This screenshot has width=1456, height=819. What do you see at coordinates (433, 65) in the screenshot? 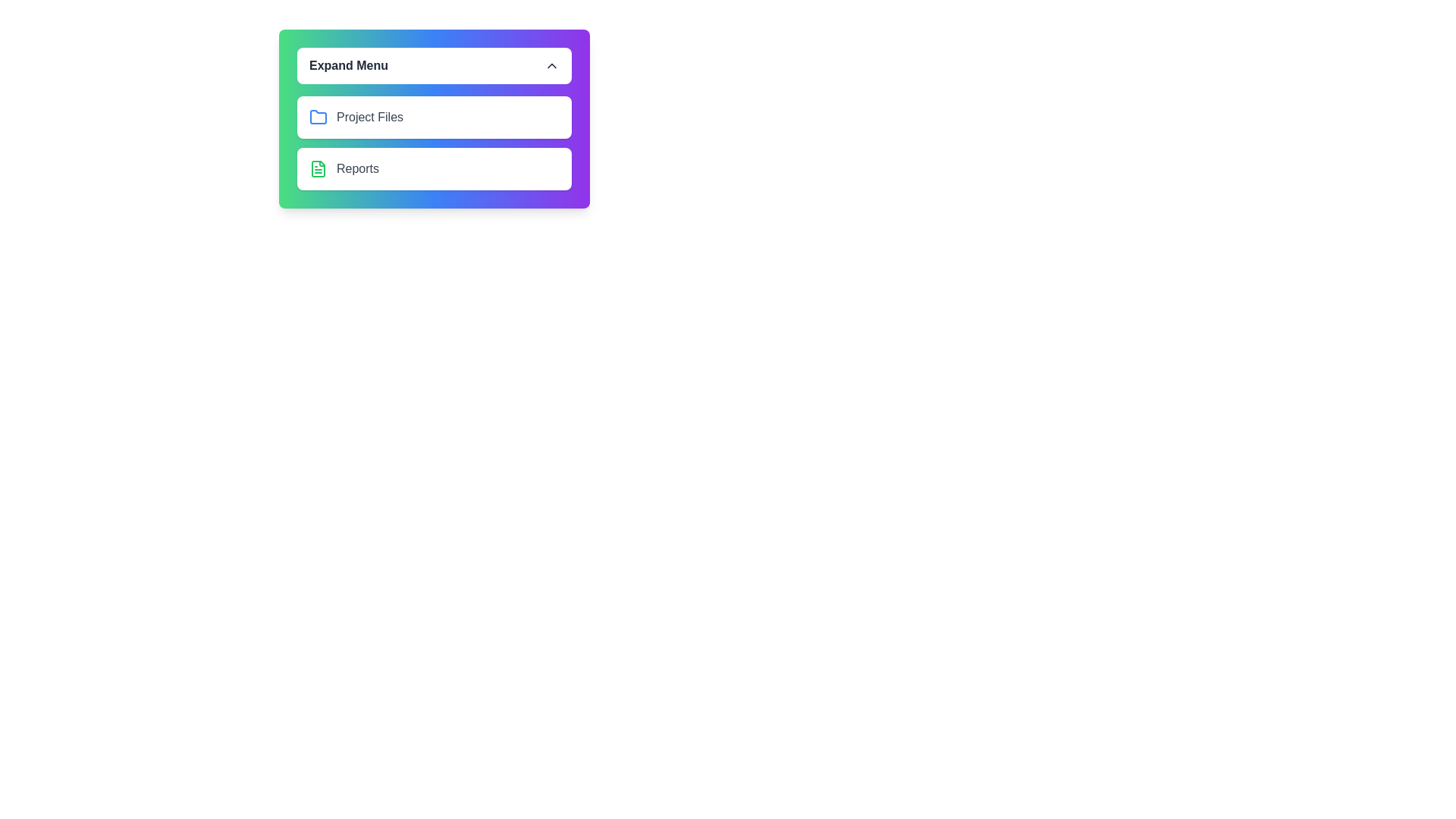
I see `the 'Expand Menu' button` at bounding box center [433, 65].